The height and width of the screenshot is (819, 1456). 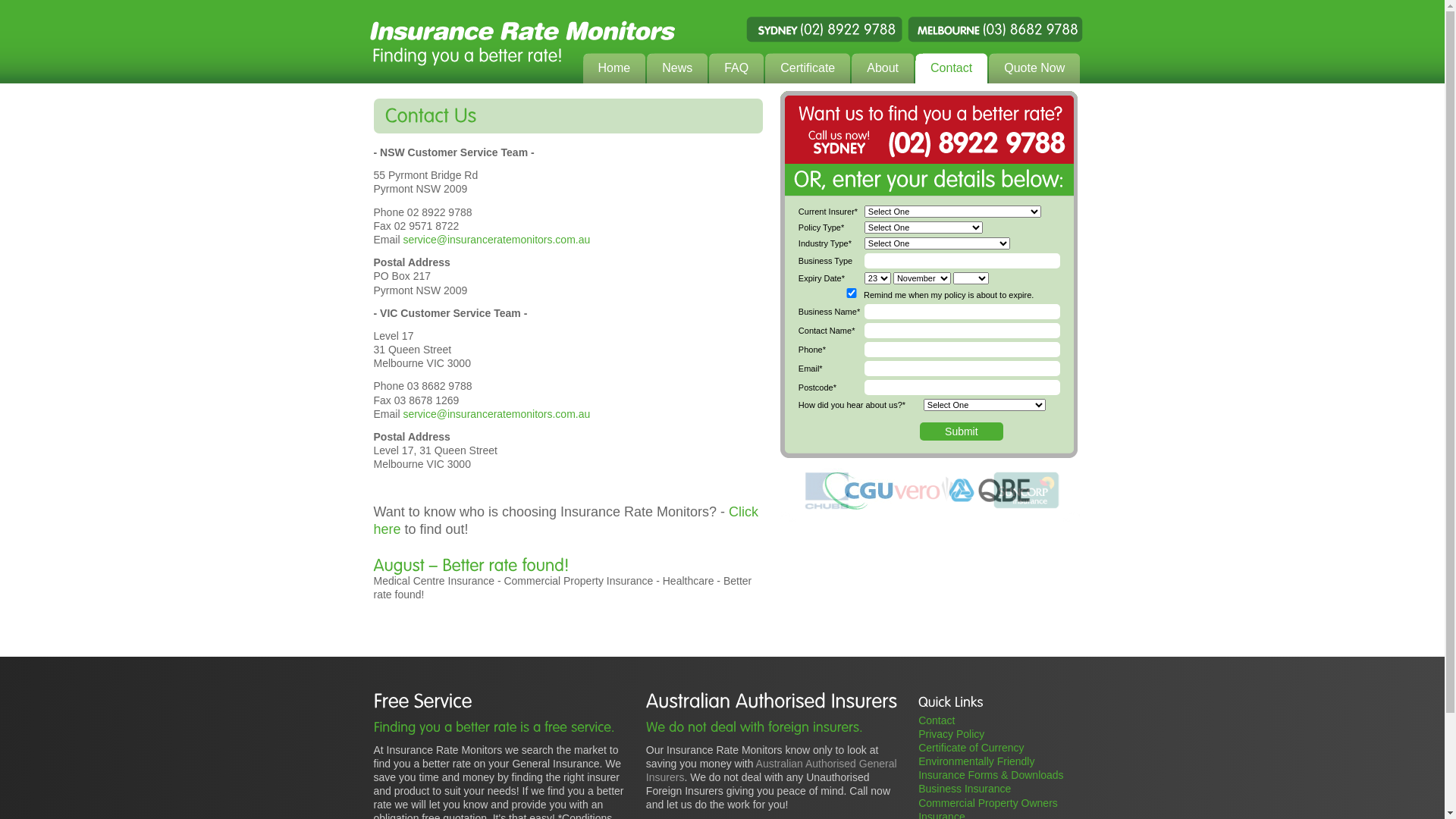 What do you see at coordinates (990, 775) in the screenshot?
I see `'Insurance Forms & Downloads'` at bounding box center [990, 775].